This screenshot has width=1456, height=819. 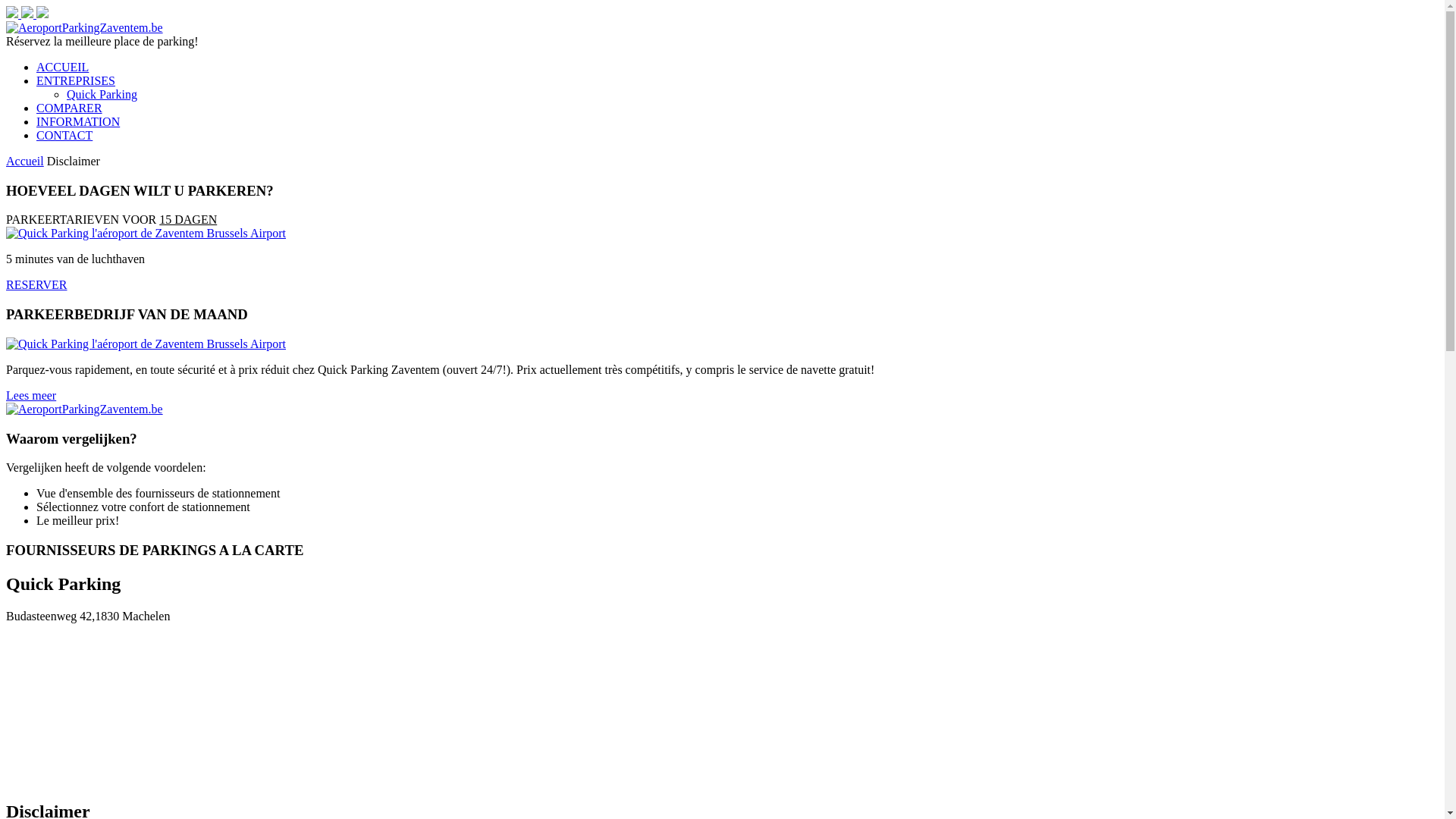 What do you see at coordinates (25, 161) in the screenshot?
I see `'Accueil'` at bounding box center [25, 161].